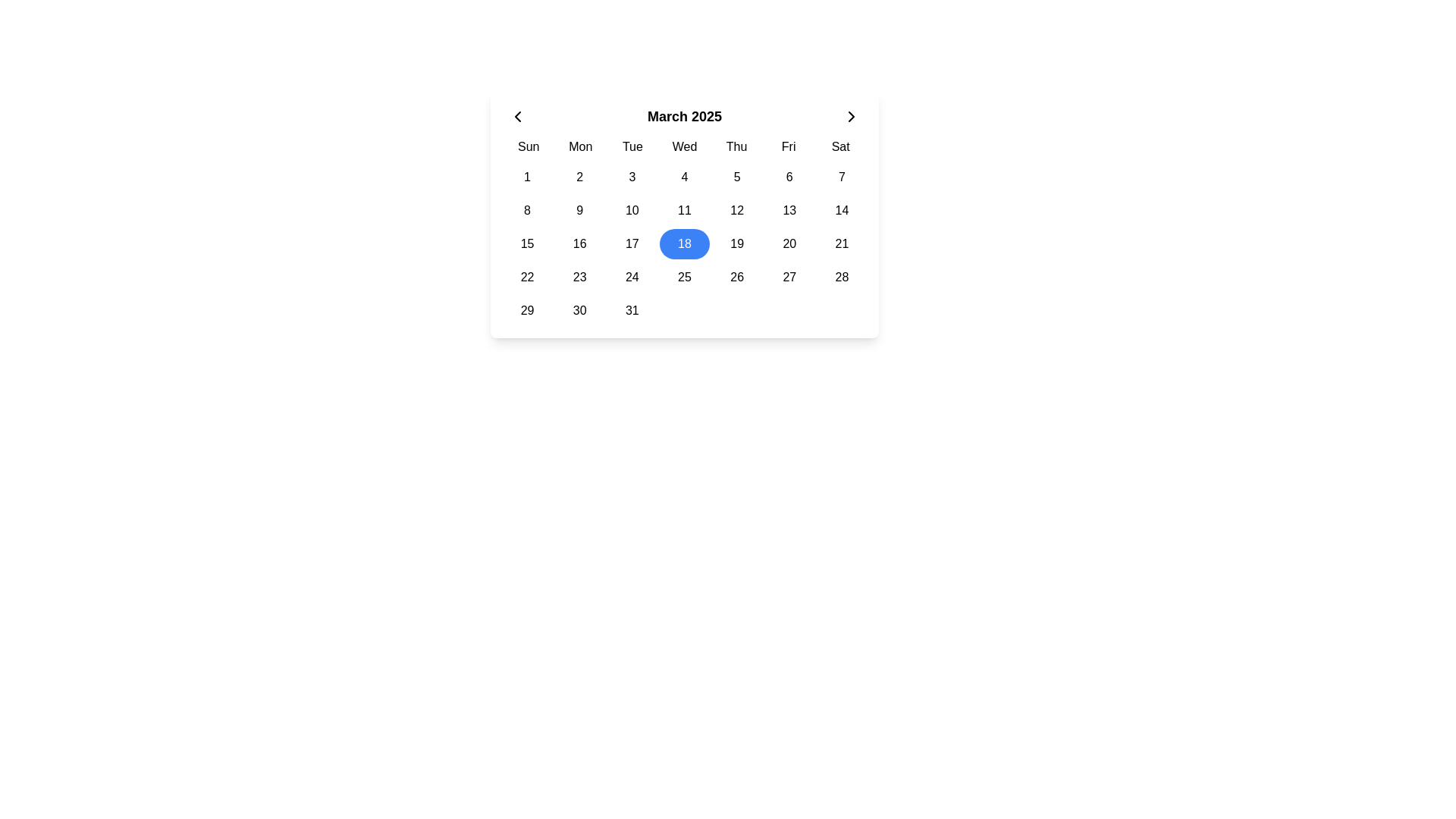  Describe the element at coordinates (683, 146) in the screenshot. I see `the Text label representing 'Wednesday' in the calendar week header, positioned between 'Tue' and 'Thu'` at that location.